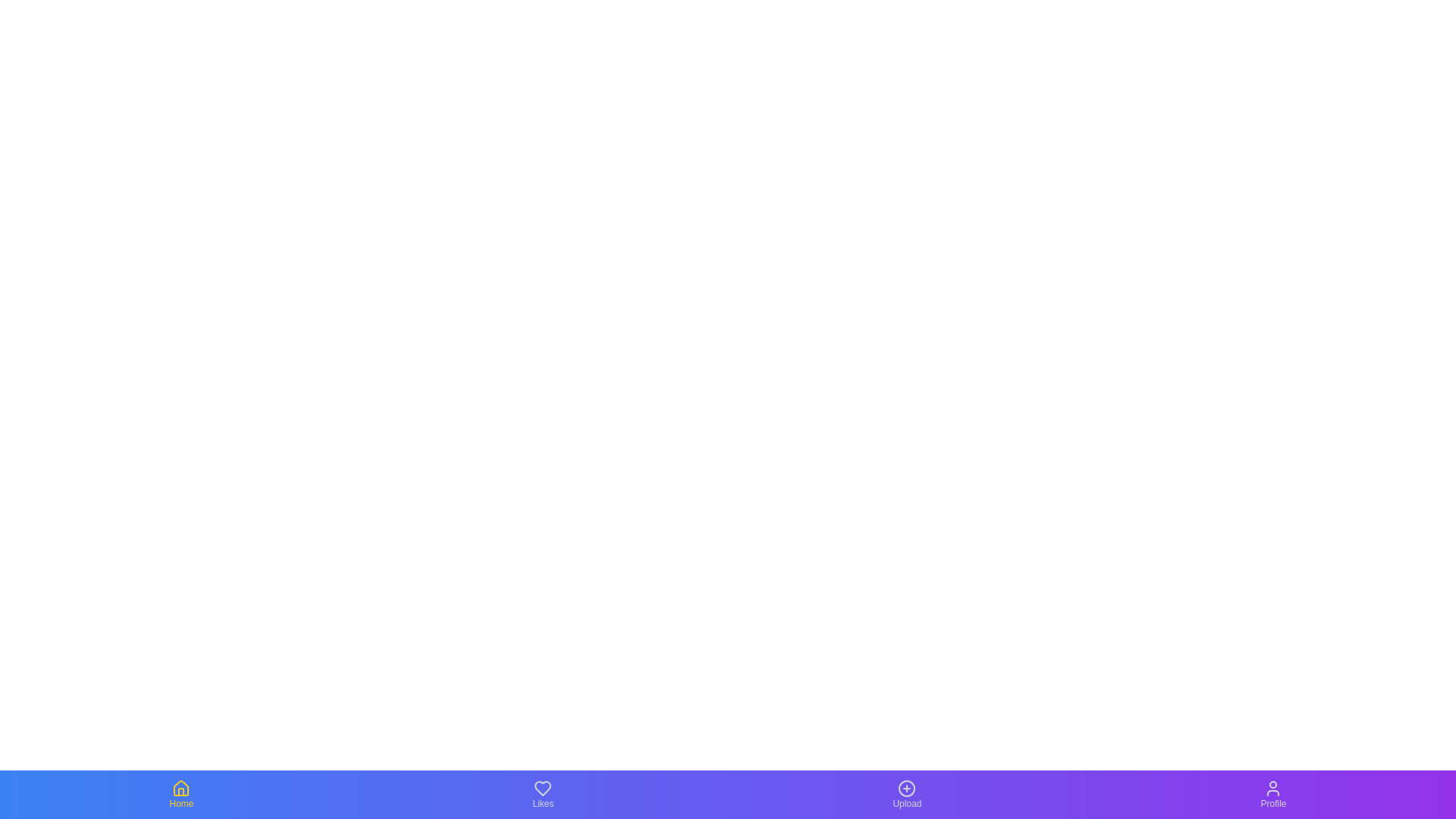 The width and height of the screenshot is (1456, 819). What do you see at coordinates (906, 794) in the screenshot?
I see `the Upload tab by clicking on it` at bounding box center [906, 794].